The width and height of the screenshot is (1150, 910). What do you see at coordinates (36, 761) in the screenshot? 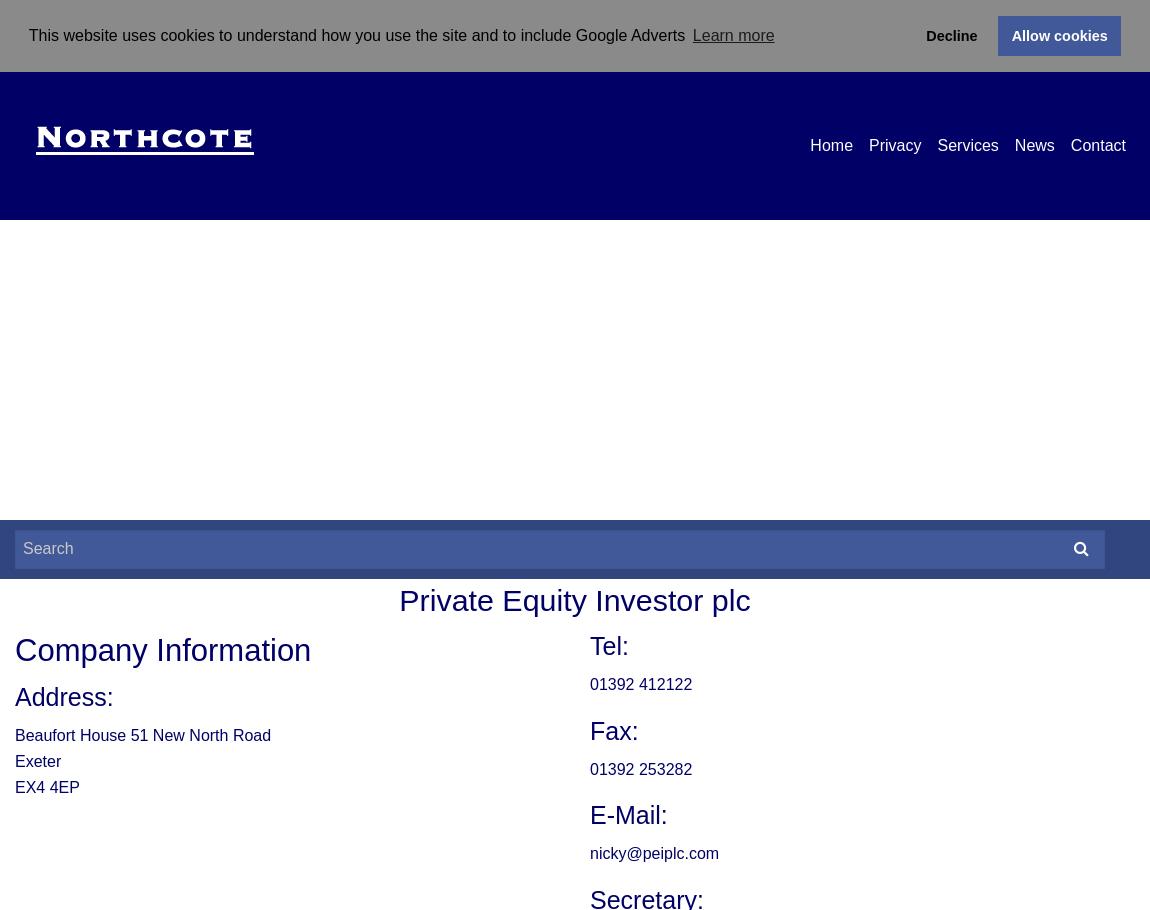
I see `'Exeter'` at bounding box center [36, 761].